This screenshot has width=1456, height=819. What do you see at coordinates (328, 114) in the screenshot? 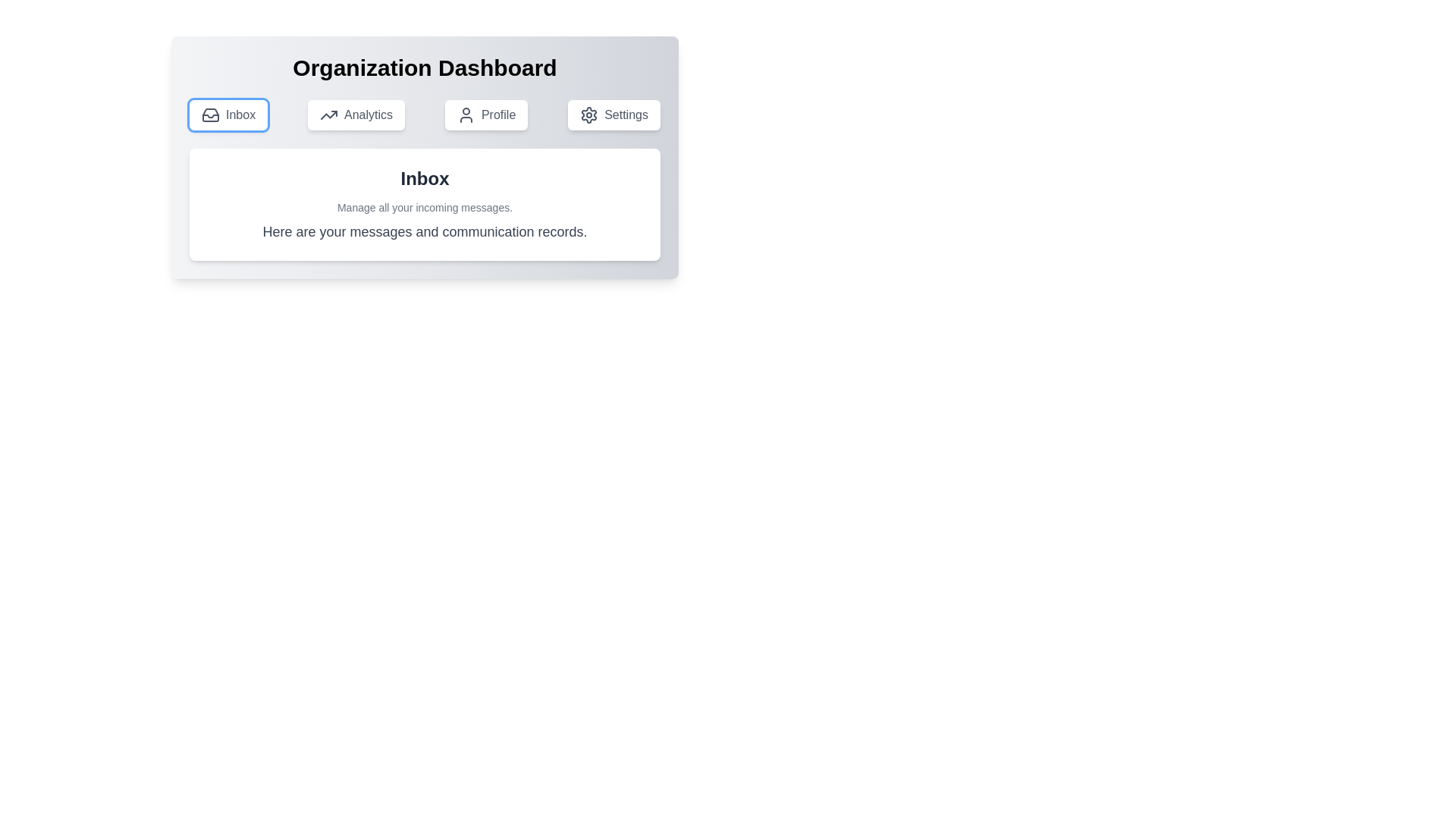
I see `the thick, slanted line forming an upward trend symbol, which is part of the SVG icon located to the left of the 'Analytics' label` at bounding box center [328, 114].